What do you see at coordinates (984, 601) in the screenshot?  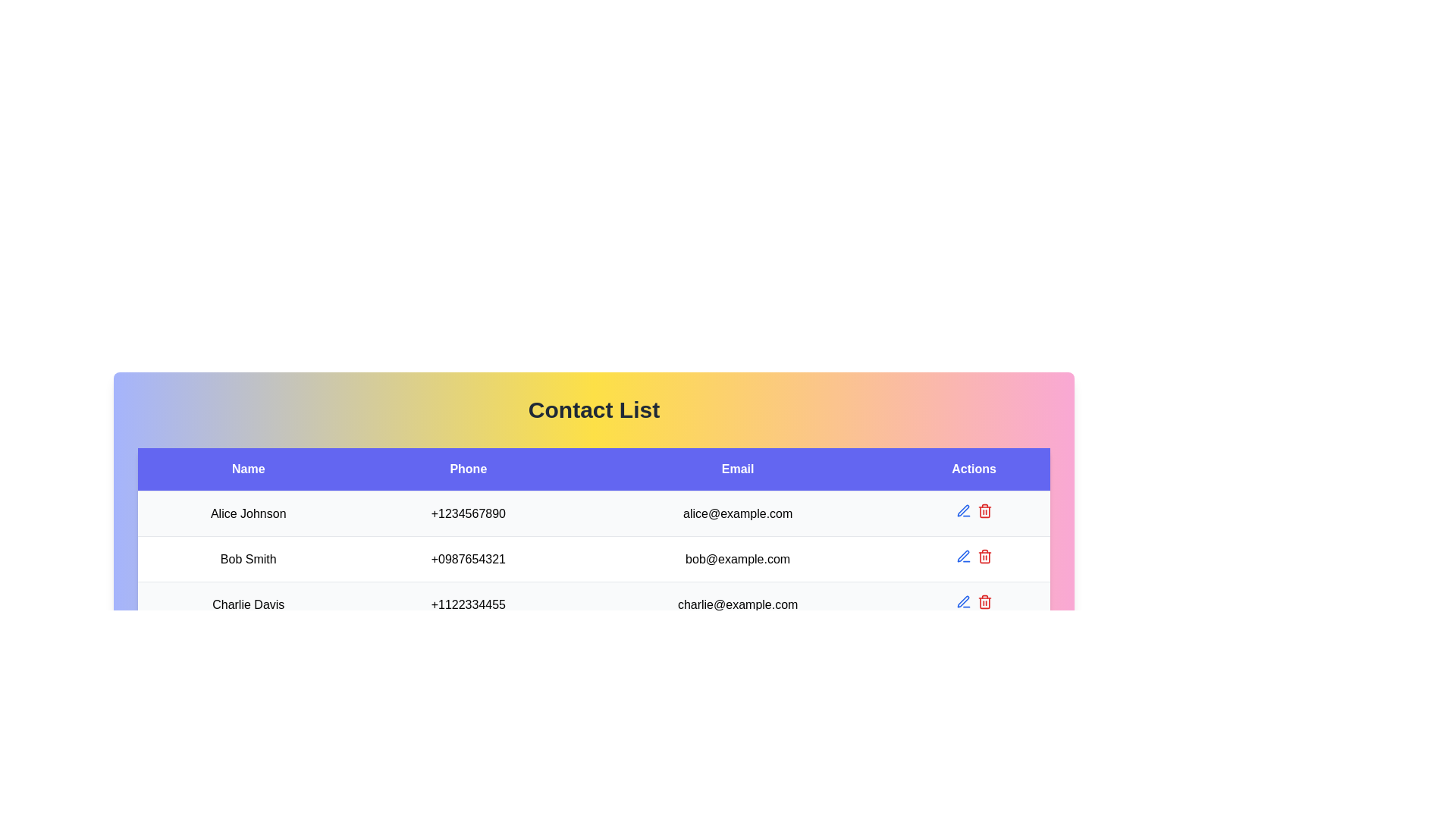 I see `the red trash bin icon in the 'Actions' column of the third row for the entry labeled 'Charlie Davis'` at bounding box center [984, 601].